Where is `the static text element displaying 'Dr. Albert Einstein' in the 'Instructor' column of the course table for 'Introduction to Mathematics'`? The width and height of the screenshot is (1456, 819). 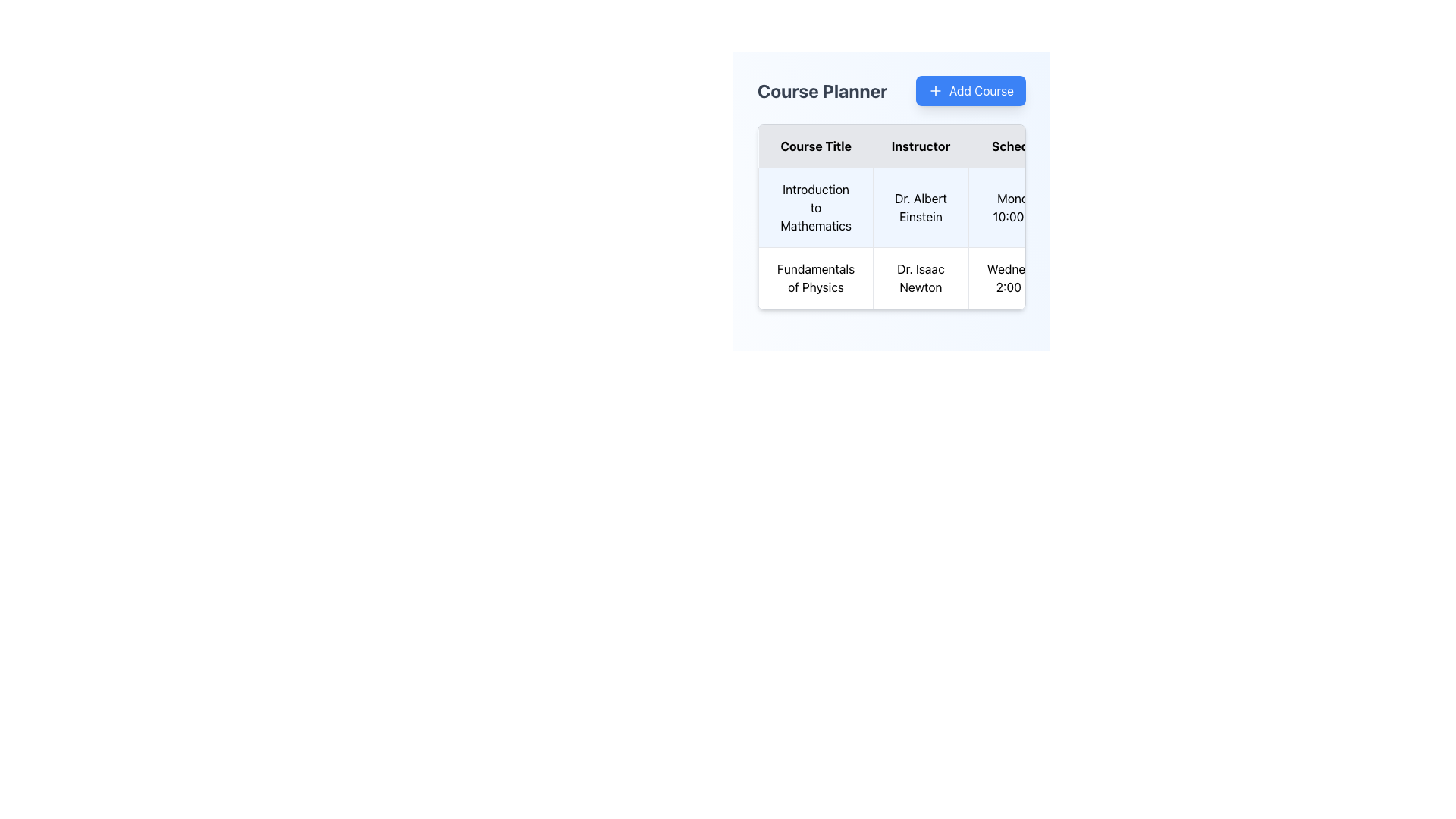 the static text element displaying 'Dr. Albert Einstein' in the 'Instructor' column of the course table for 'Introduction to Mathematics' is located at coordinates (920, 207).